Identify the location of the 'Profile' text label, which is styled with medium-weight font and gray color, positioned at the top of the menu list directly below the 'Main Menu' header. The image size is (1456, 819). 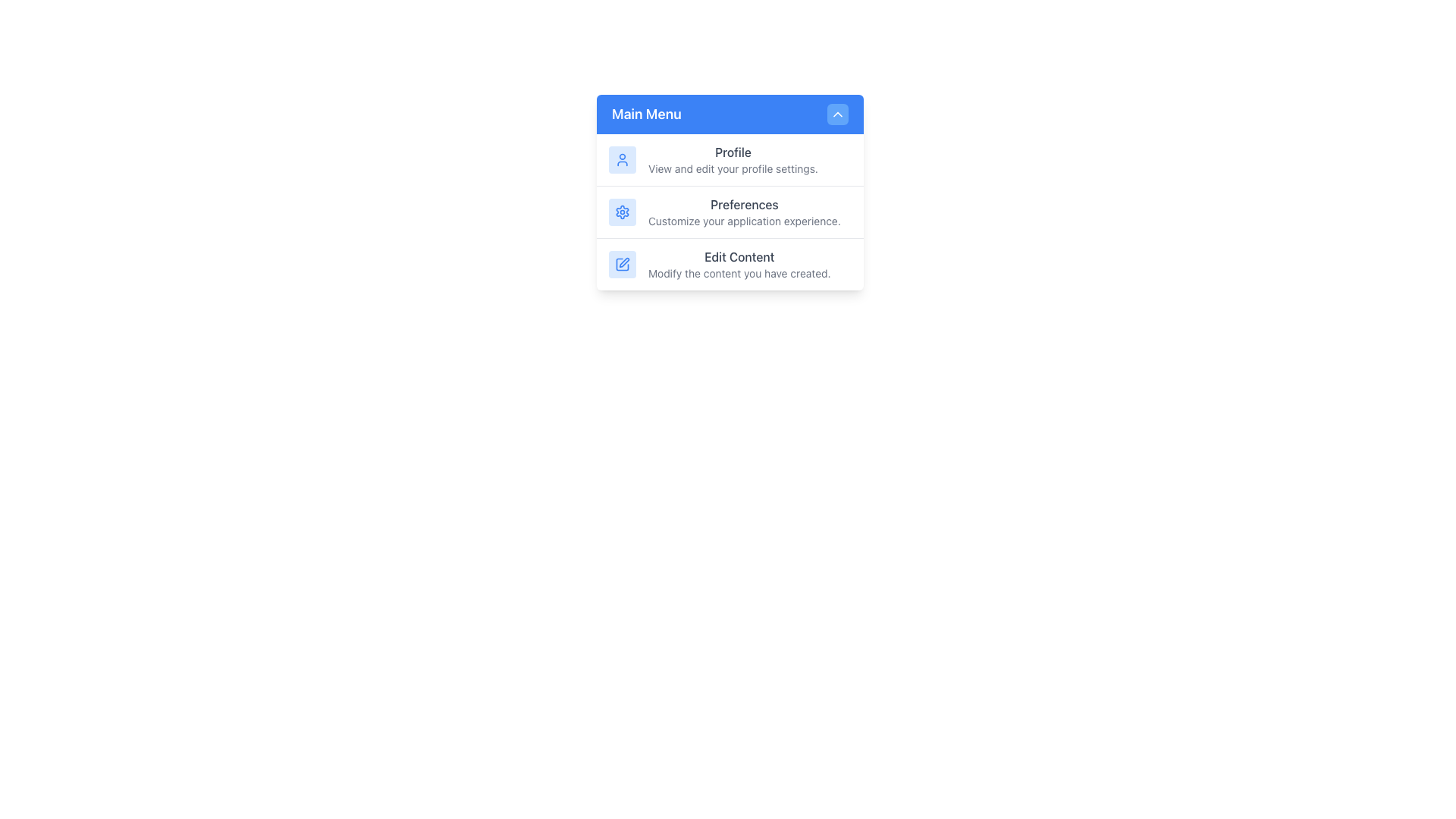
(733, 152).